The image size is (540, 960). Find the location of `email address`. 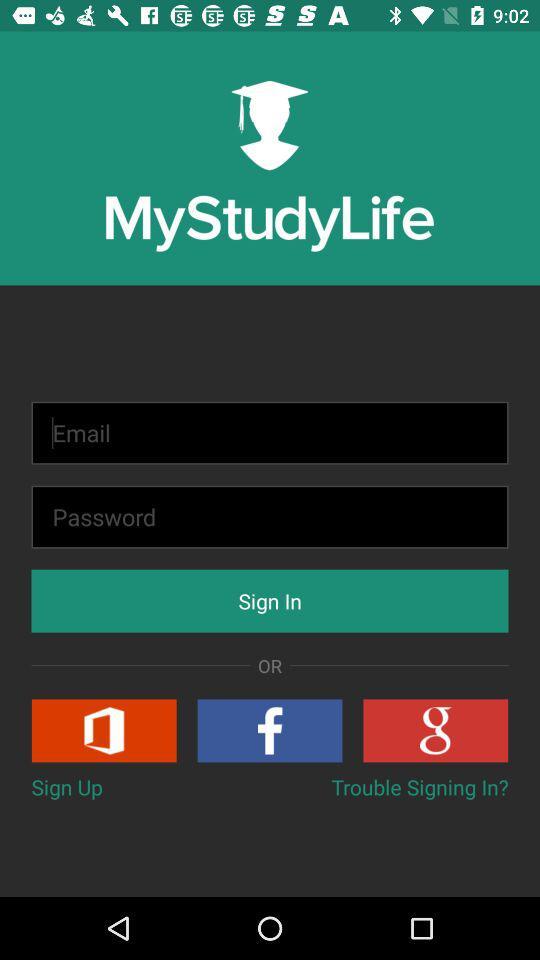

email address is located at coordinates (270, 433).